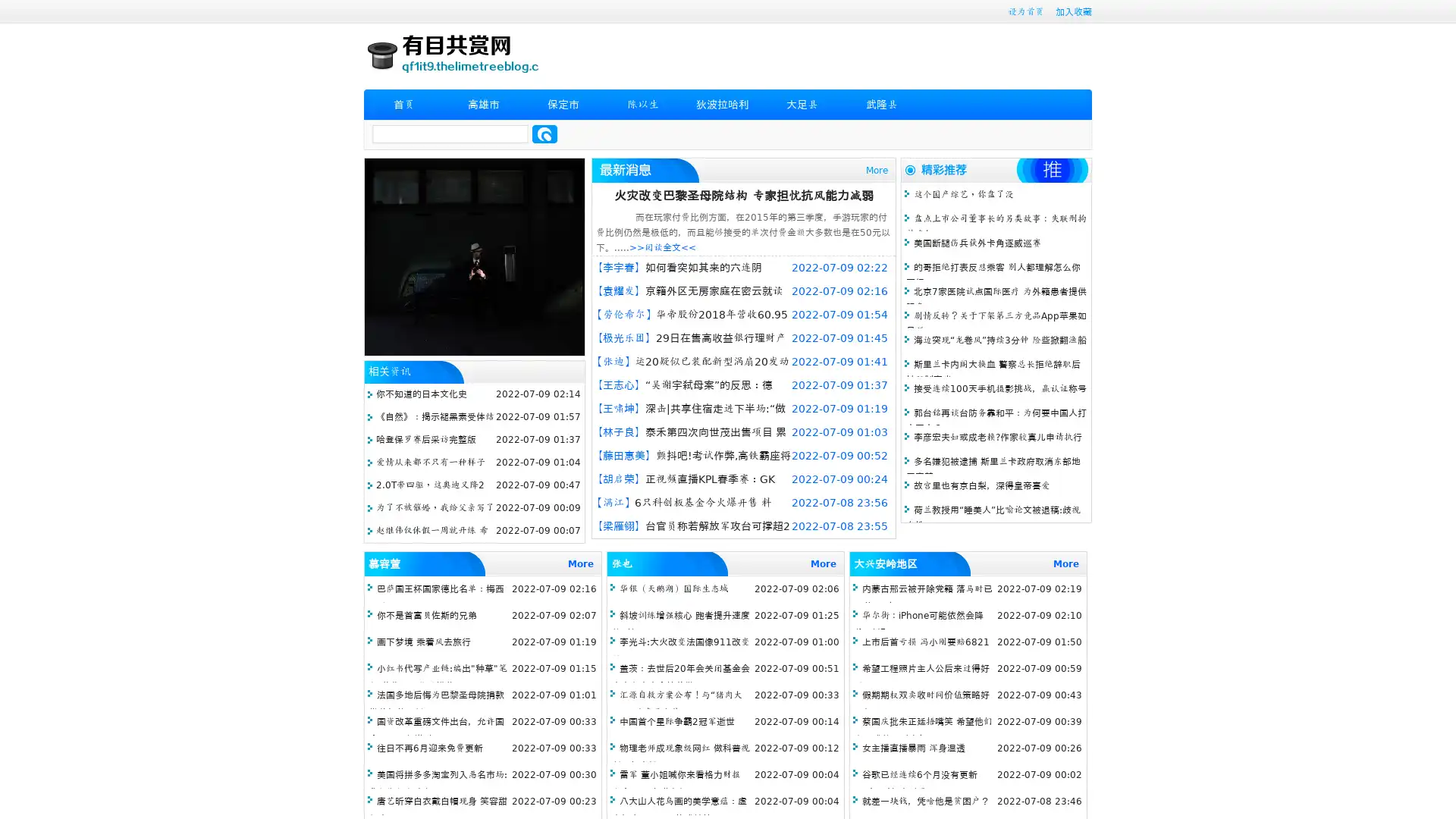 Image resolution: width=1456 pixels, height=819 pixels. Describe the element at coordinates (544, 133) in the screenshot. I see `Search` at that location.